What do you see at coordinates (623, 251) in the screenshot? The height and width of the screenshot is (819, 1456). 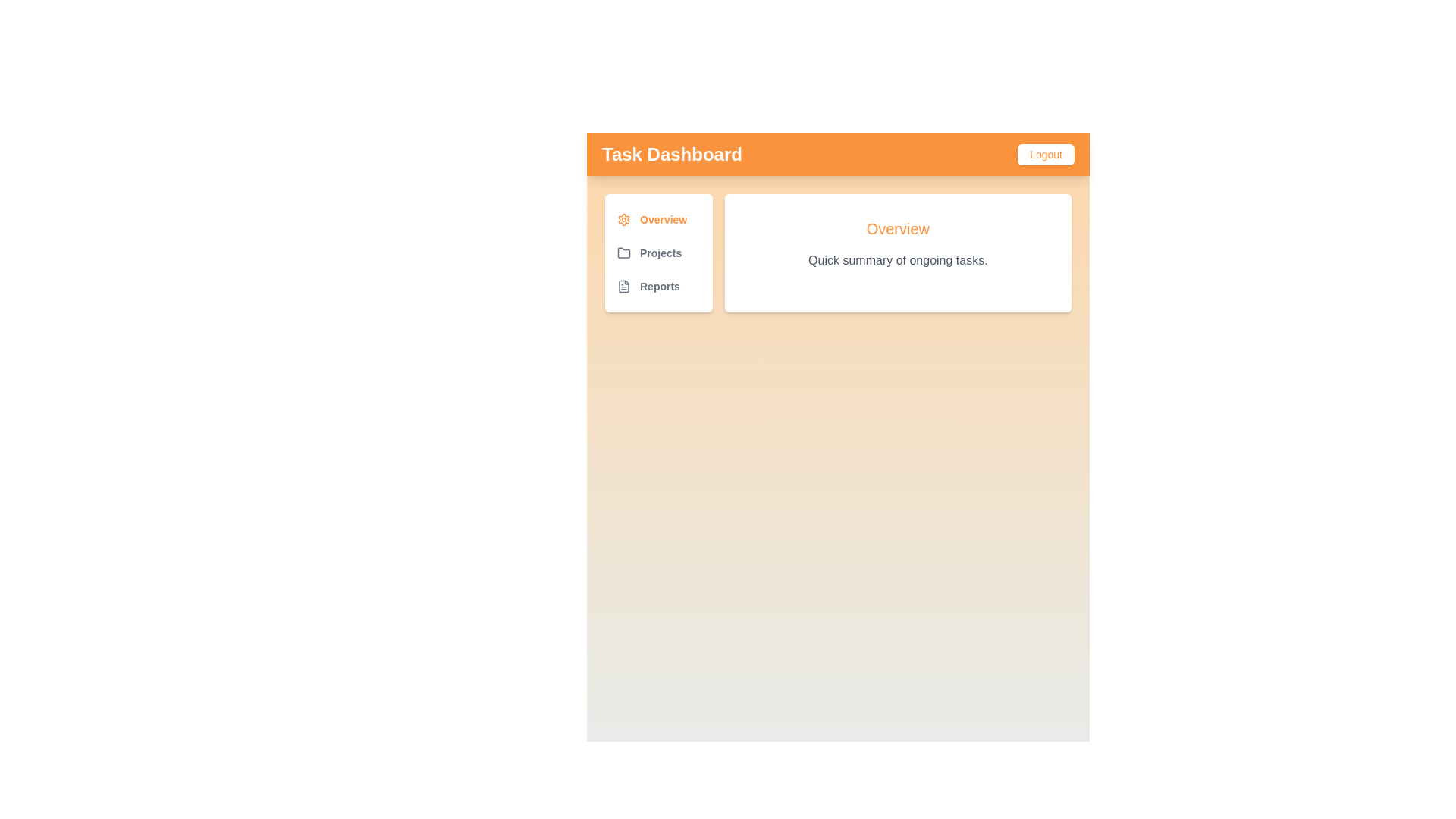 I see `the 'Projects' icon in the sidebar menu, which is the second icon below 'Overview' and above 'Reports'` at bounding box center [623, 251].